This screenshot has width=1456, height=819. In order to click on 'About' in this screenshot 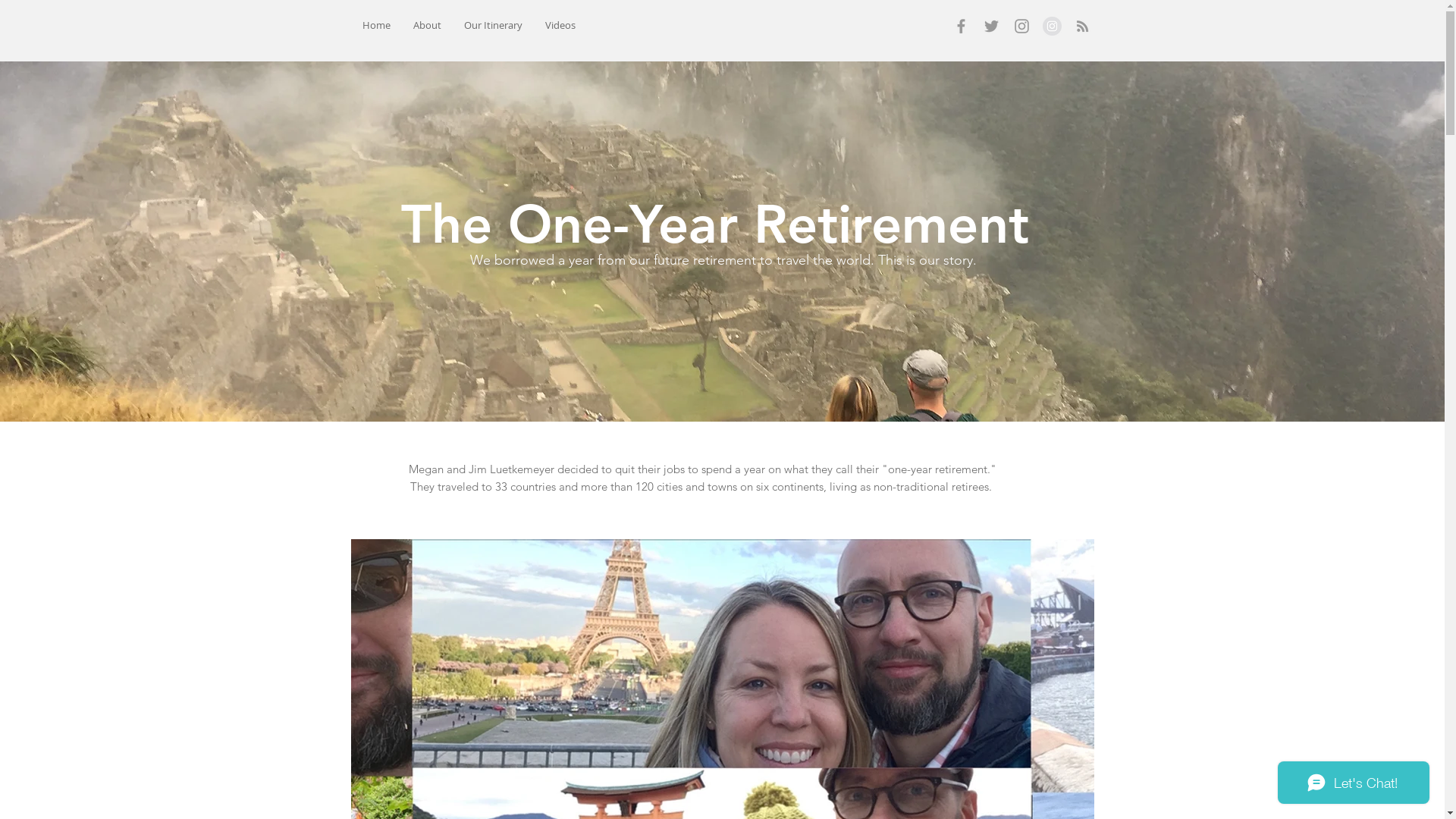, I will do `click(426, 25)`.